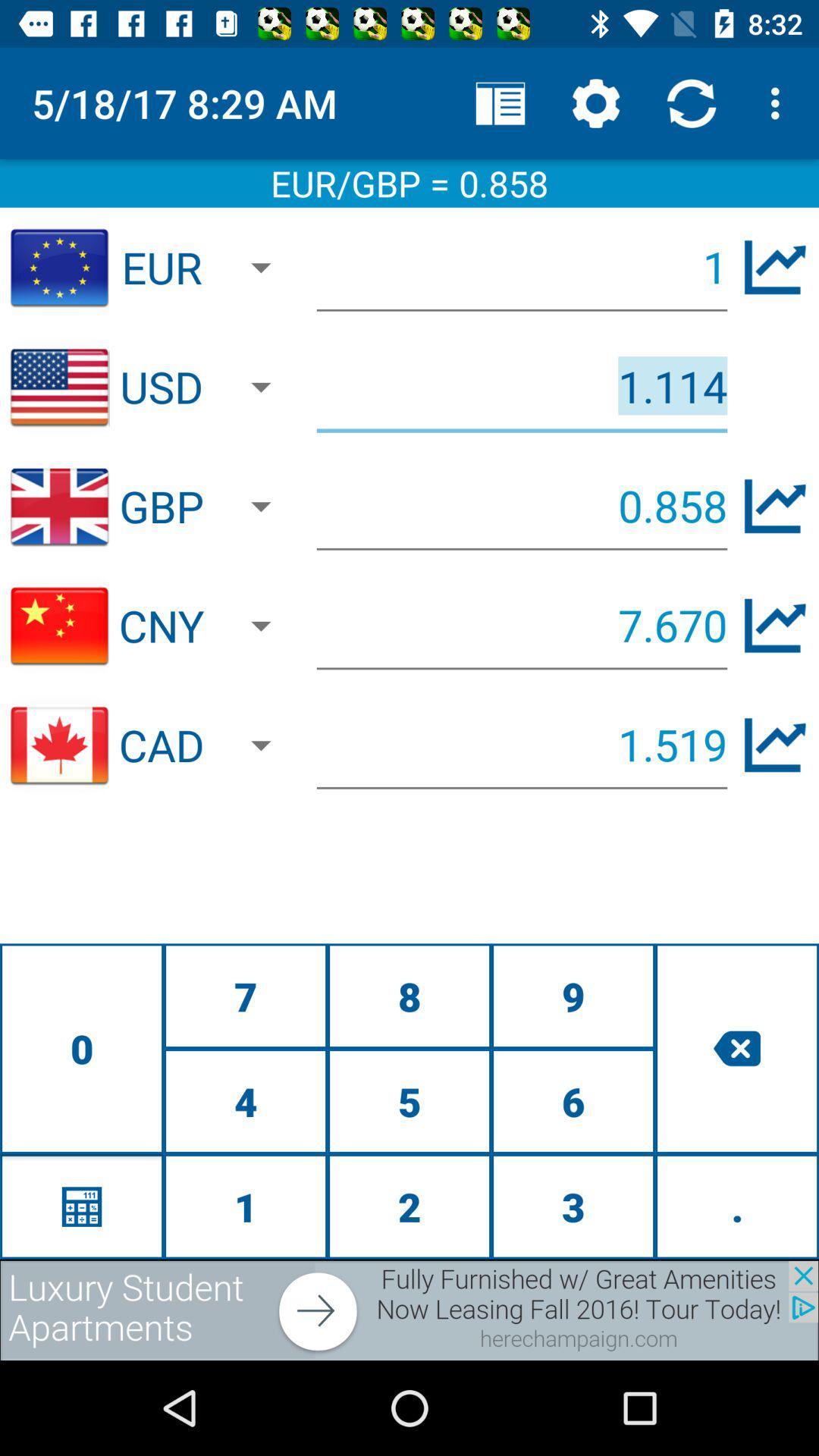 The width and height of the screenshot is (819, 1456). Describe the element at coordinates (775, 506) in the screenshot. I see `gbp` at that location.